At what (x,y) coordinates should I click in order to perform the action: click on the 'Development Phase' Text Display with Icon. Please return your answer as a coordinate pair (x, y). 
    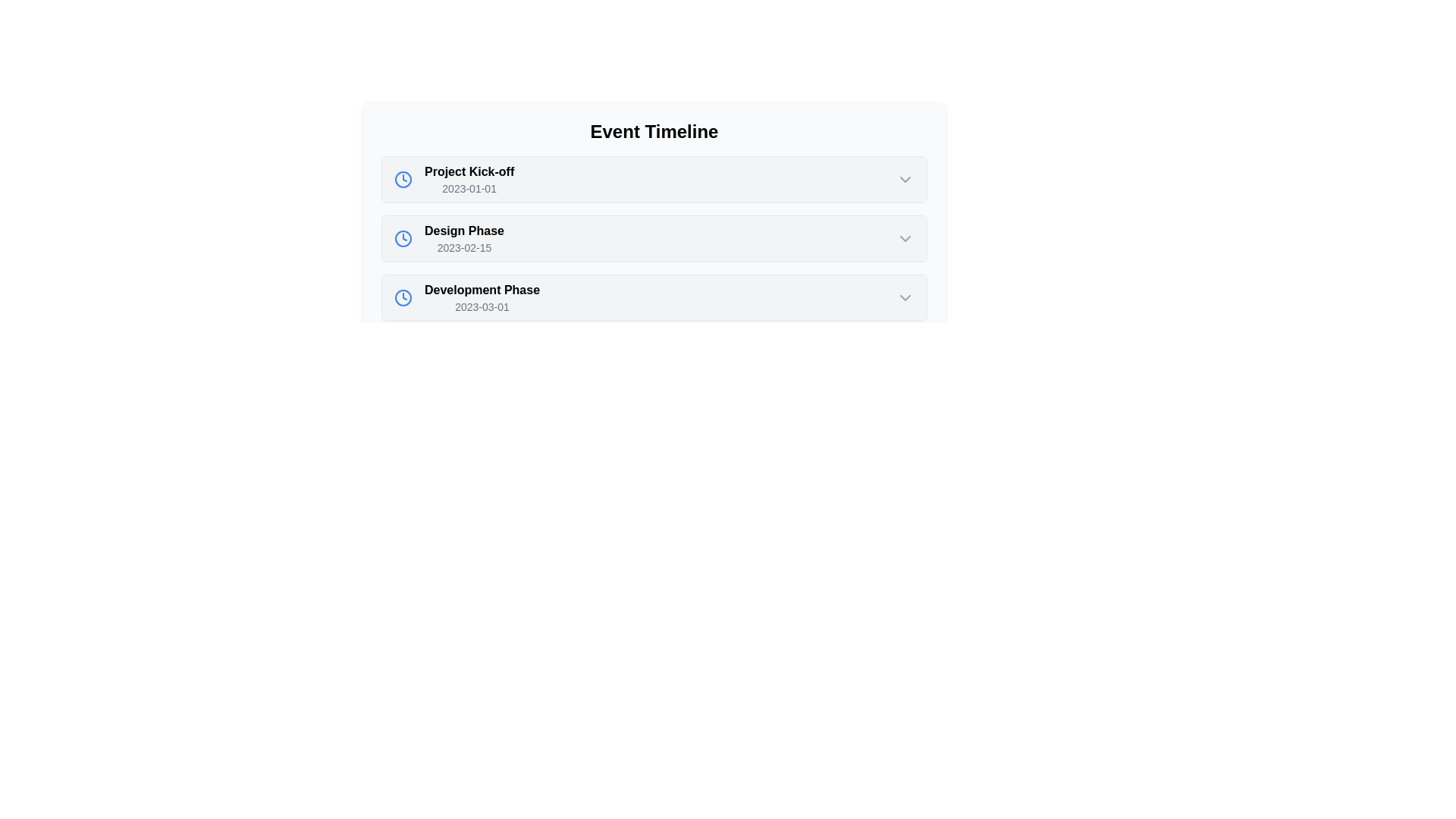
    Looking at the image, I should click on (466, 298).